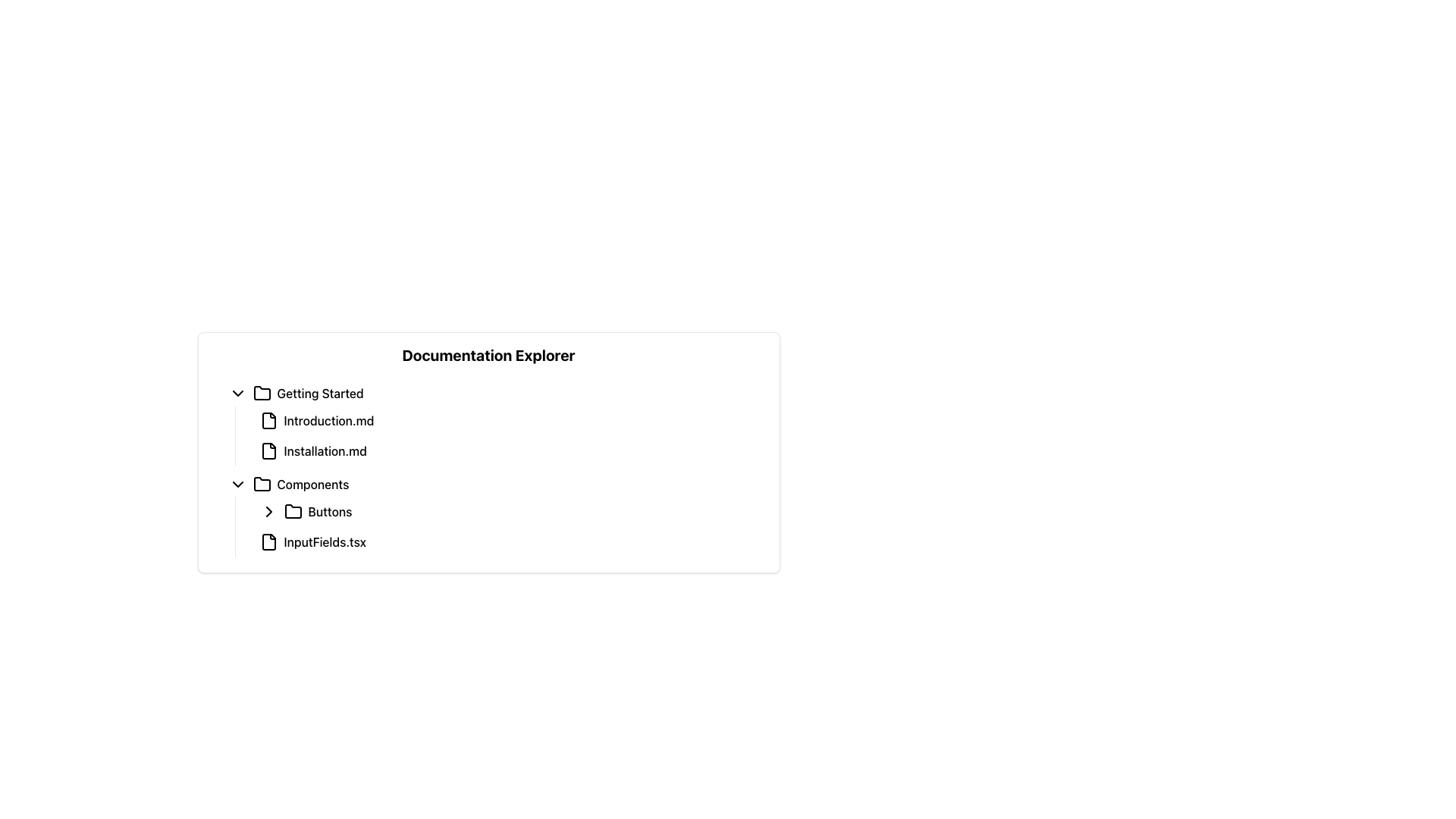 The image size is (1456, 819). I want to click on the 'InputFields.tsx' text in the file entry of the 'Components > Buttons' section in the 'Documentation Explorer', so click(312, 541).